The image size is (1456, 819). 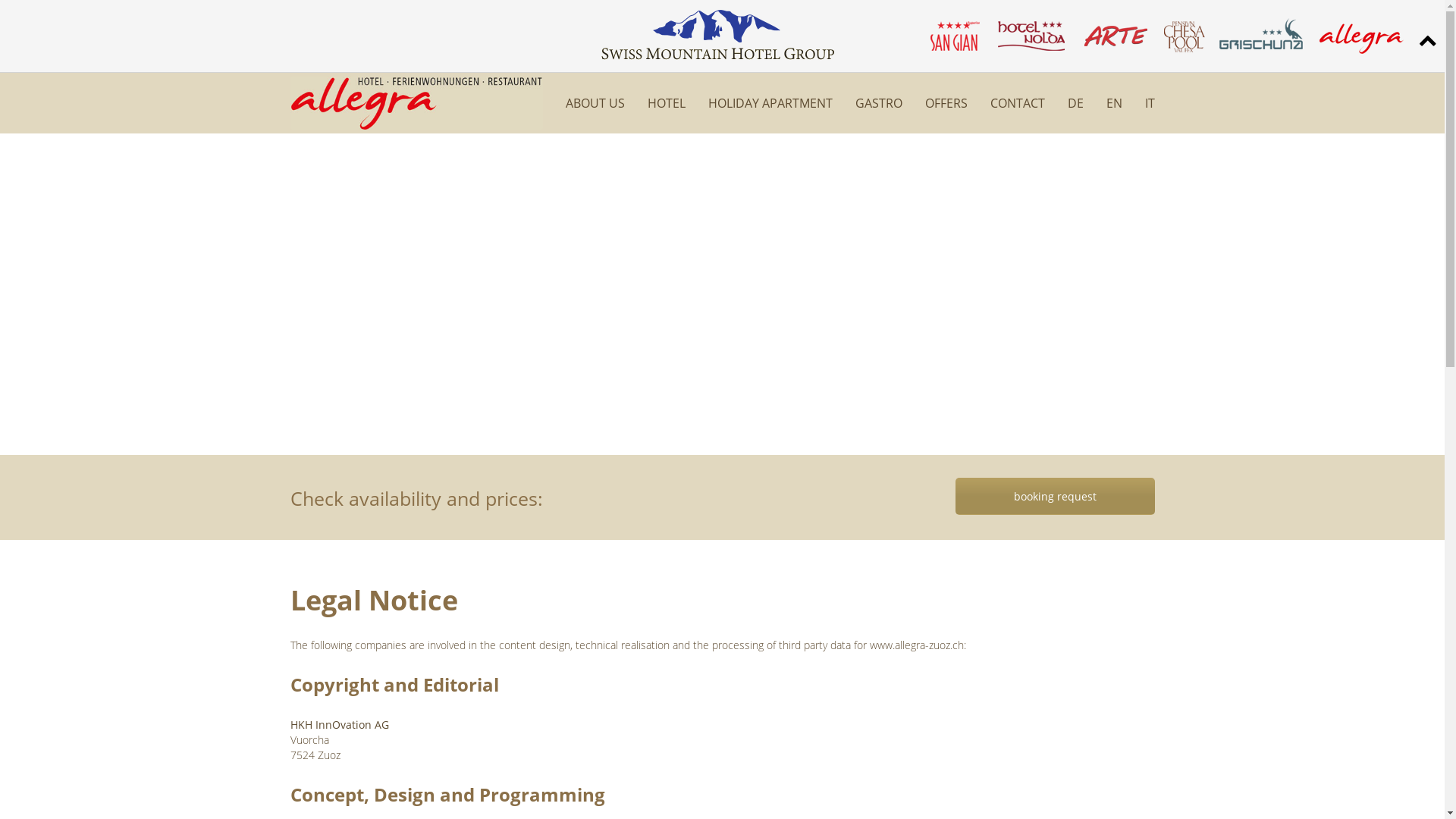 What do you see at coordinates (855, 102) in the screenshot?
I see `'GASTRO'` at bounding box center [855, 102].